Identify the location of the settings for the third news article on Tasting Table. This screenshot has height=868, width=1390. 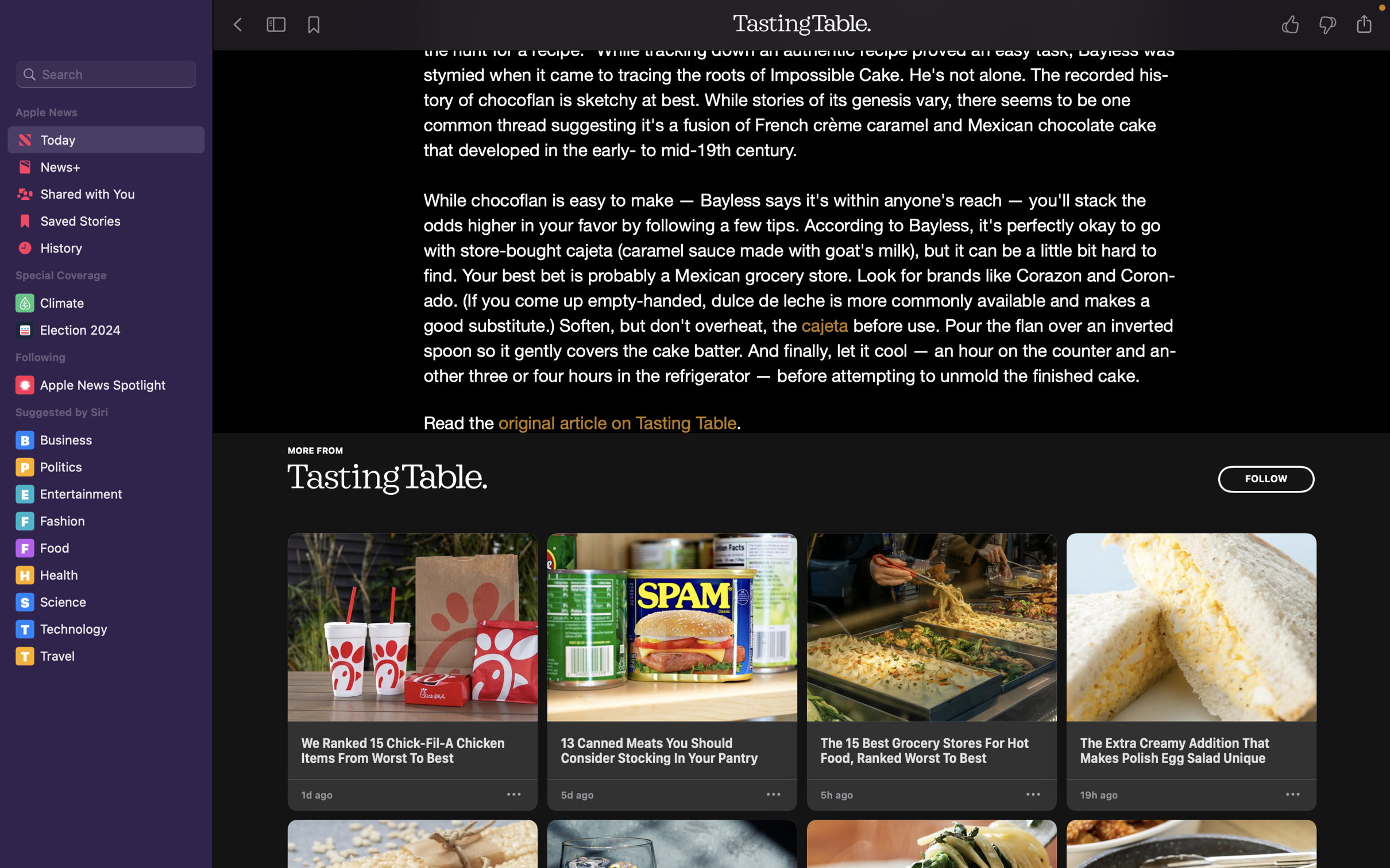
(1032, 795).